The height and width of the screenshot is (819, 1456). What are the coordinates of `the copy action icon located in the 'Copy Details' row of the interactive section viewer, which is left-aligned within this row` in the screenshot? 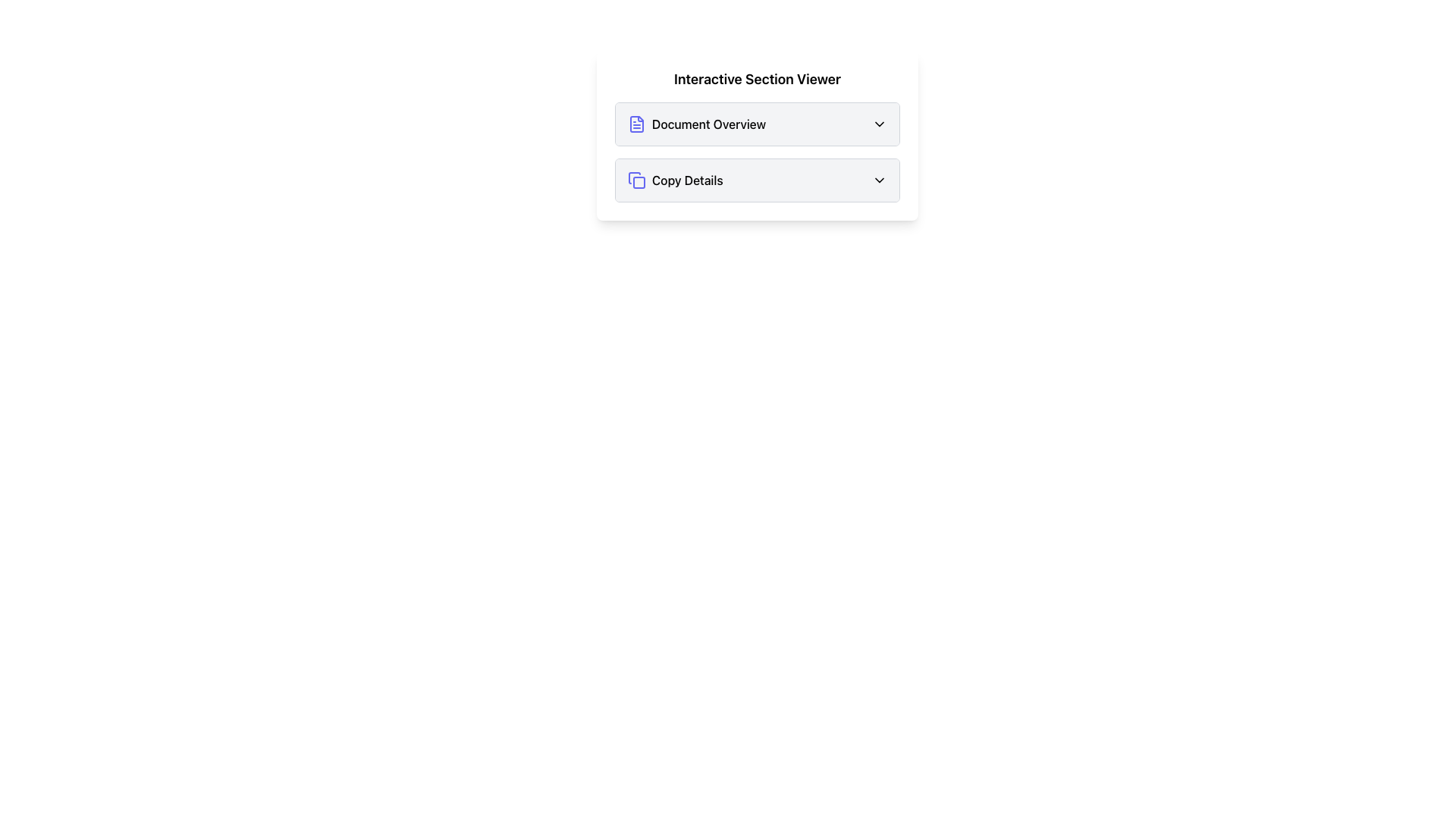 It's located at (637, 180).